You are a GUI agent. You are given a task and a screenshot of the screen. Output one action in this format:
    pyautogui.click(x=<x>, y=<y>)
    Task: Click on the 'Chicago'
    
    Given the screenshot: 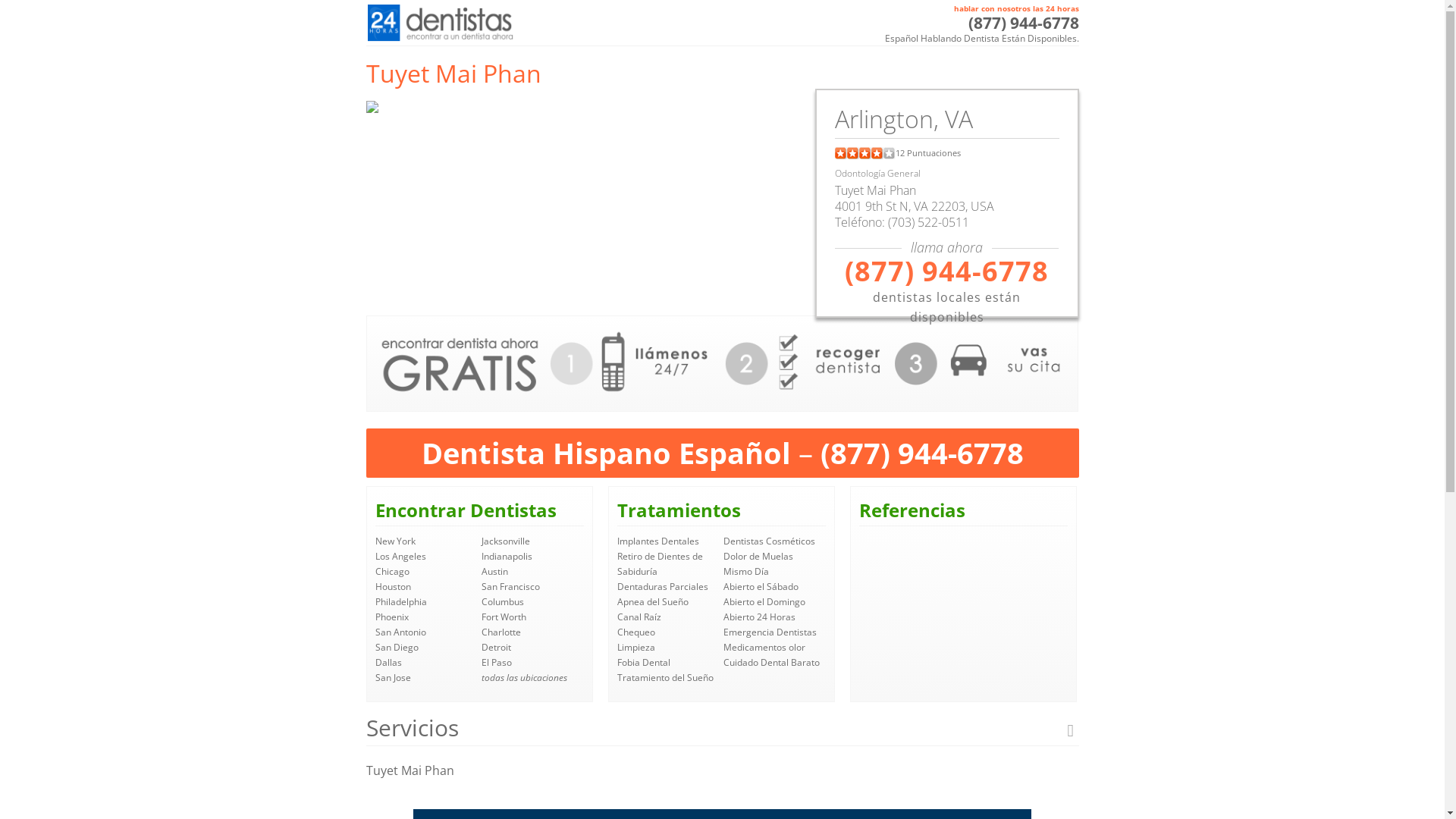 What is the action you would take?
    pyautogui.click(x=391, y=571)
    